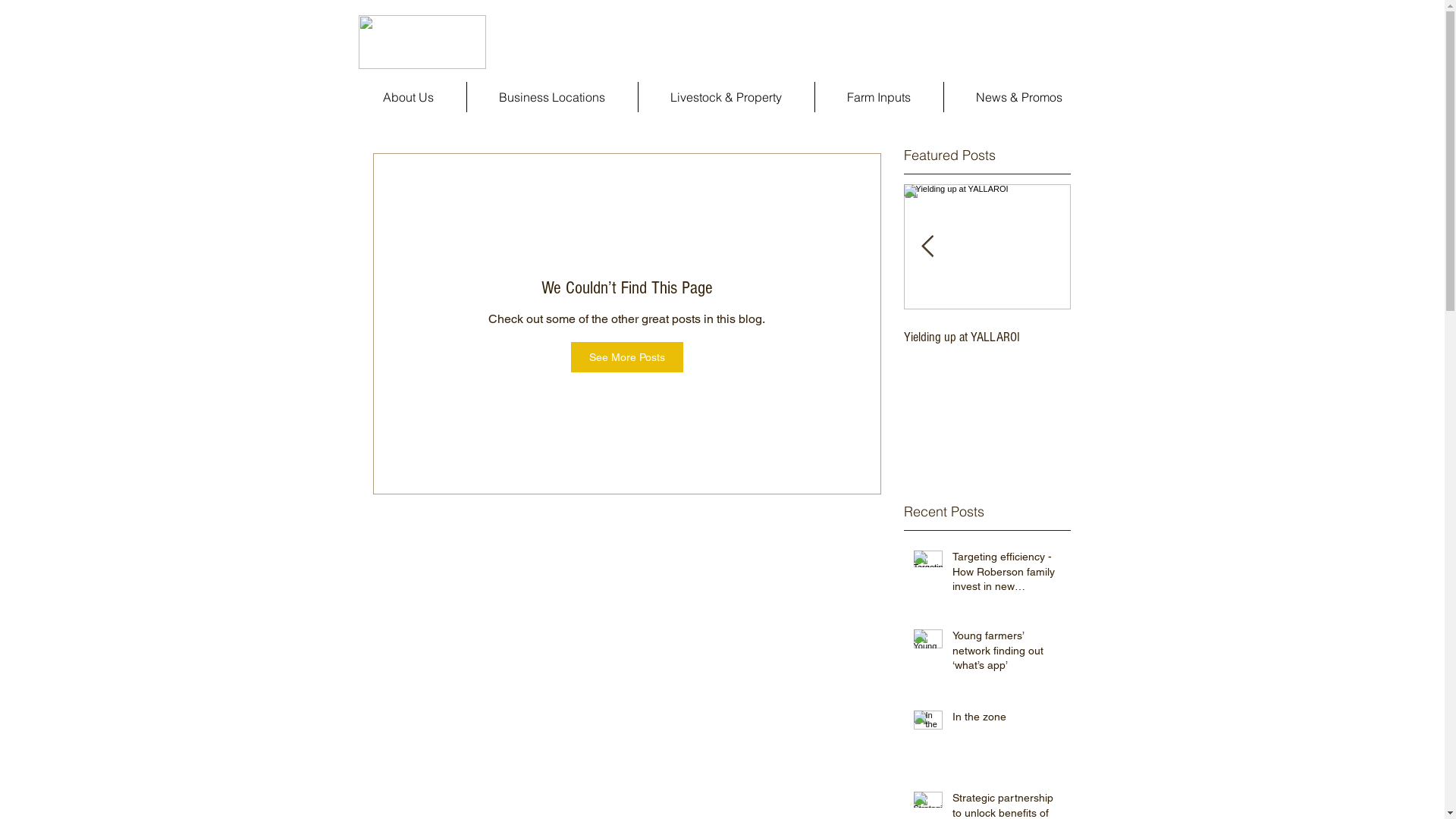  I want to click on 'Yielding up at YALLAROI', so click(987, 336).